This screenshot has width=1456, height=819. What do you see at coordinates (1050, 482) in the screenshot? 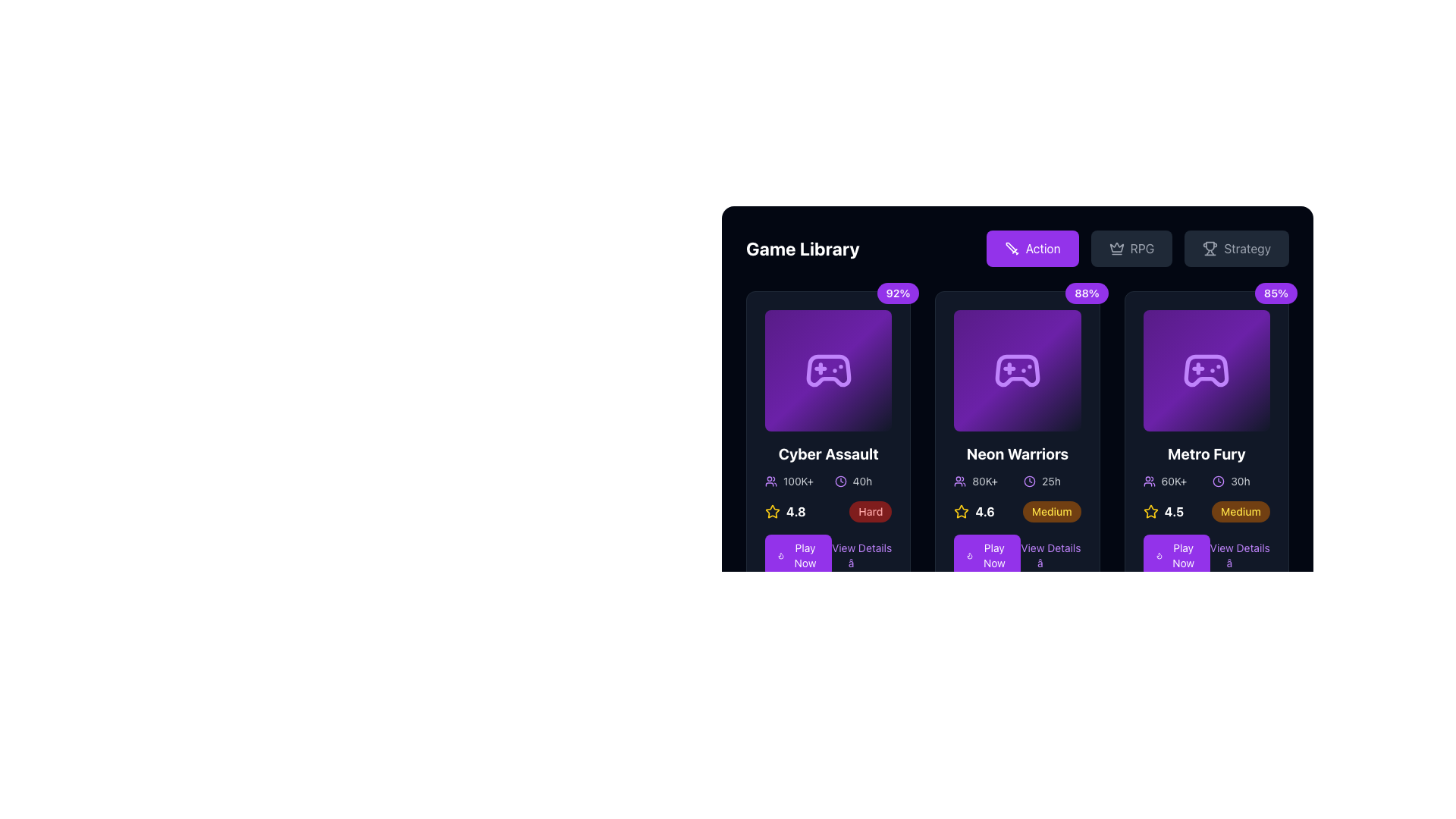
I see `the text label displaying '25h' in gray color, located within the 'Neon Warriors' game card, to the right of the clock icon` at bounding box center [1050, 482].